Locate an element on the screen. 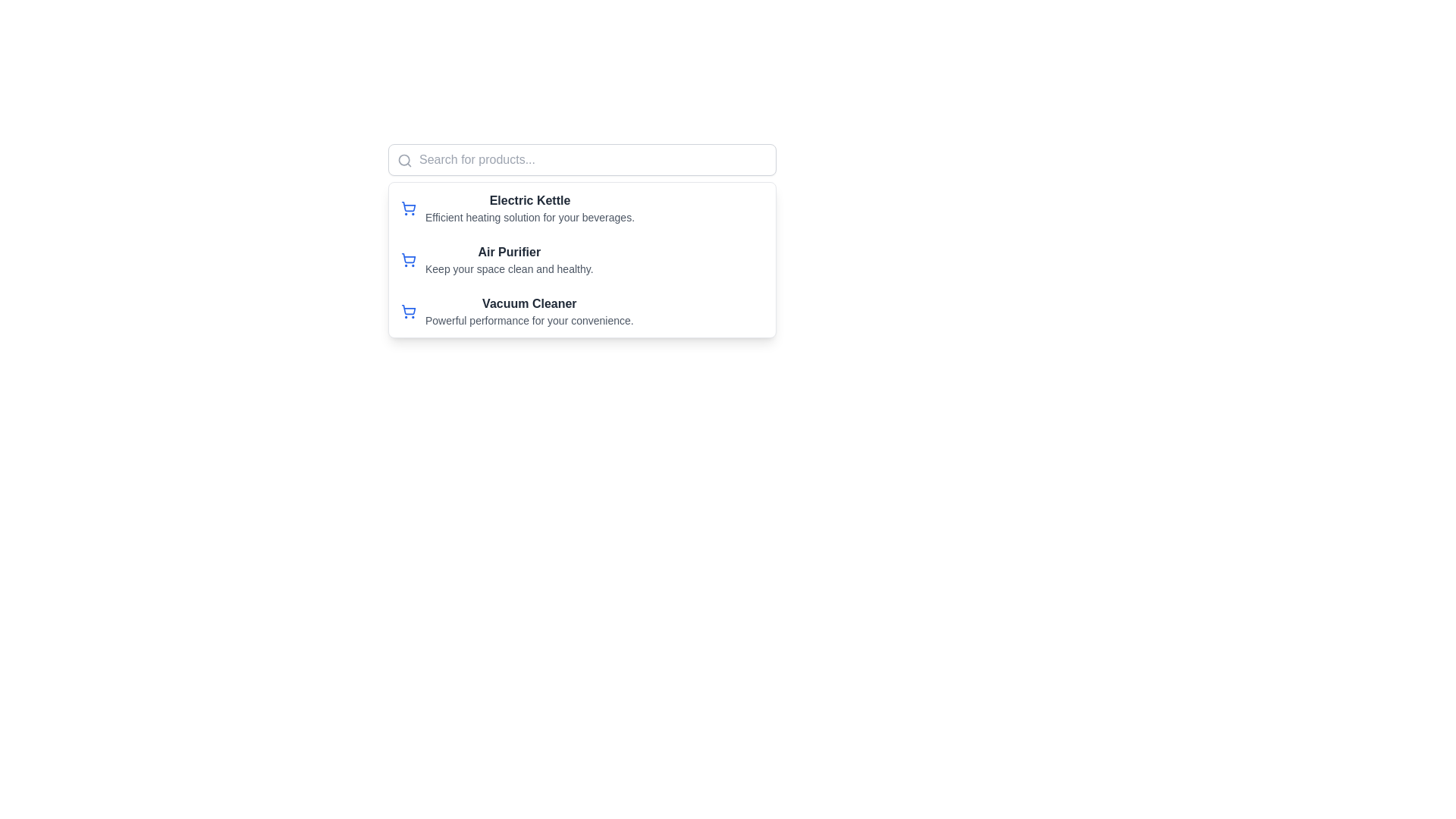 The height and width of the screenshot is (819, 1456). the vector icon resembling a shopping cart, which is the primary graphical representation of the list item containing 'Electric Kettle' is located at coordinates (409, 257).